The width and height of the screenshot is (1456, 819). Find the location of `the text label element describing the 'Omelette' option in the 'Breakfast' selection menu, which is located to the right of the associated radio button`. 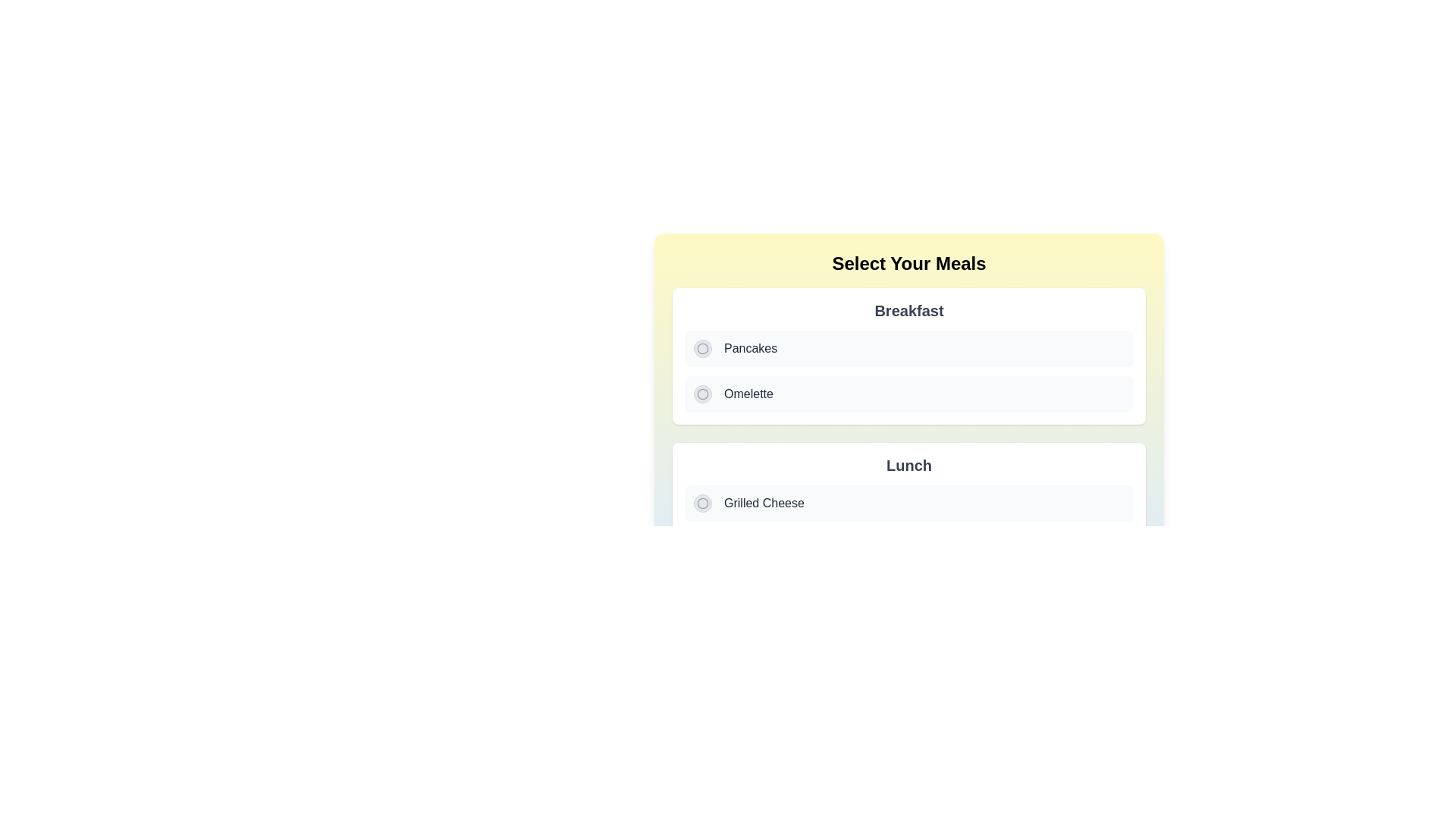

the text label element describing the 'Omelette' option in the 'Breakfast' selection menu, which is located to the right of the associated radio button is located at coordinates (748, 394).